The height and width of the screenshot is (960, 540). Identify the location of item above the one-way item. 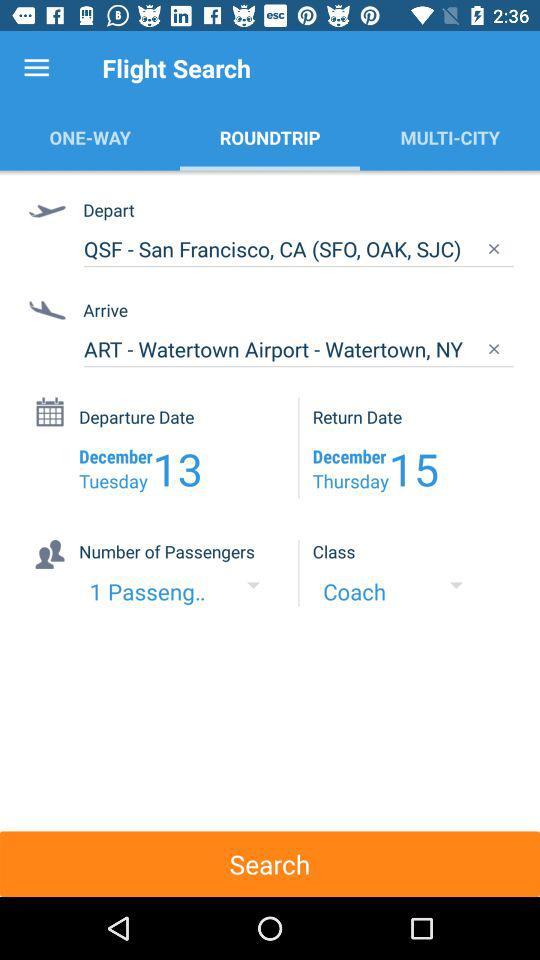
(36, 68).